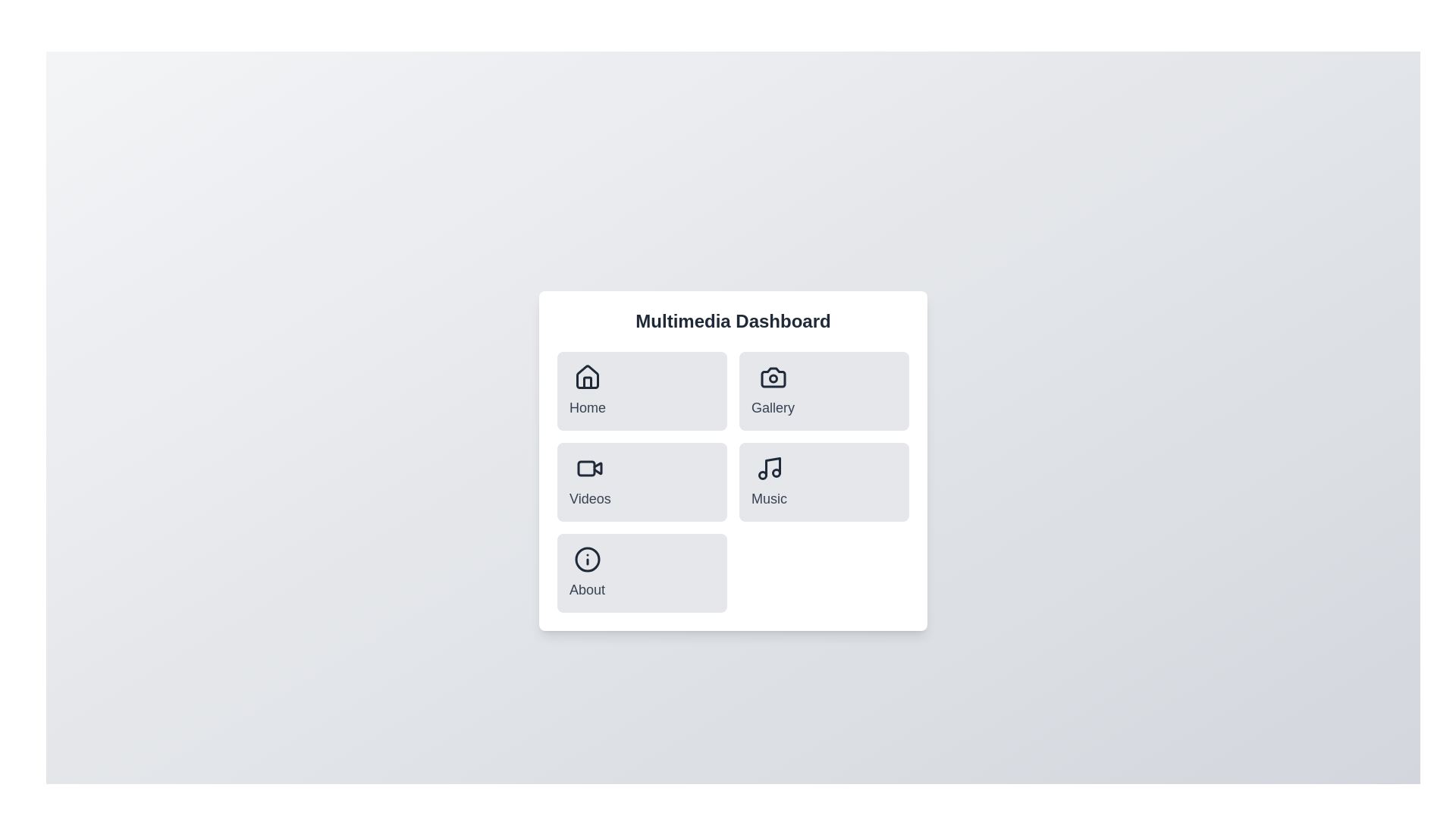  I want to click on the menu item corresponding to Videos, so click(588, 482).